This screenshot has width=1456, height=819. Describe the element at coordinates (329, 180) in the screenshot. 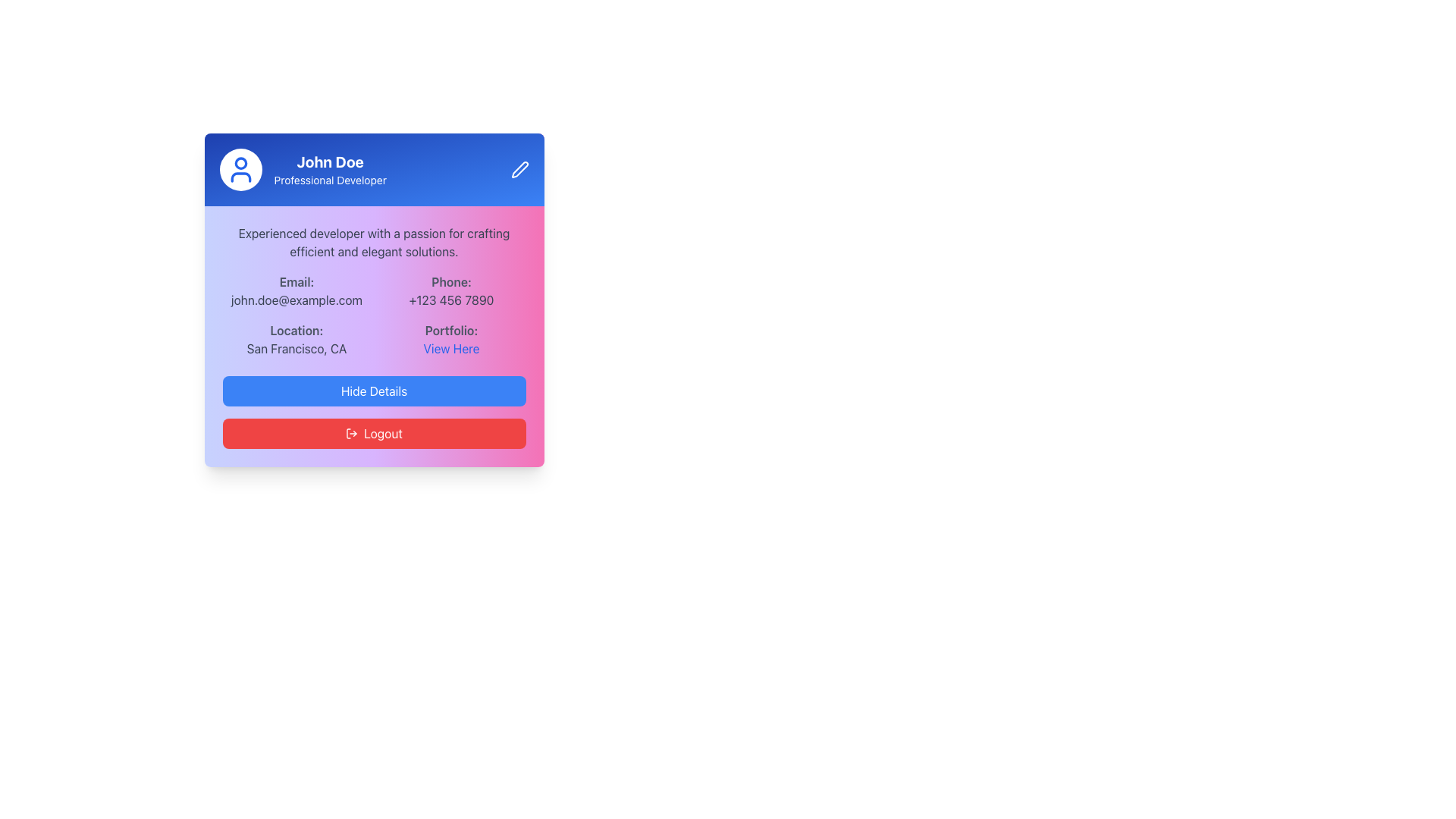

I see `text label 'Professional Developer' displayed in white on a blue background, located beneath the 'John Doe' title in the header section of the card` at that location.